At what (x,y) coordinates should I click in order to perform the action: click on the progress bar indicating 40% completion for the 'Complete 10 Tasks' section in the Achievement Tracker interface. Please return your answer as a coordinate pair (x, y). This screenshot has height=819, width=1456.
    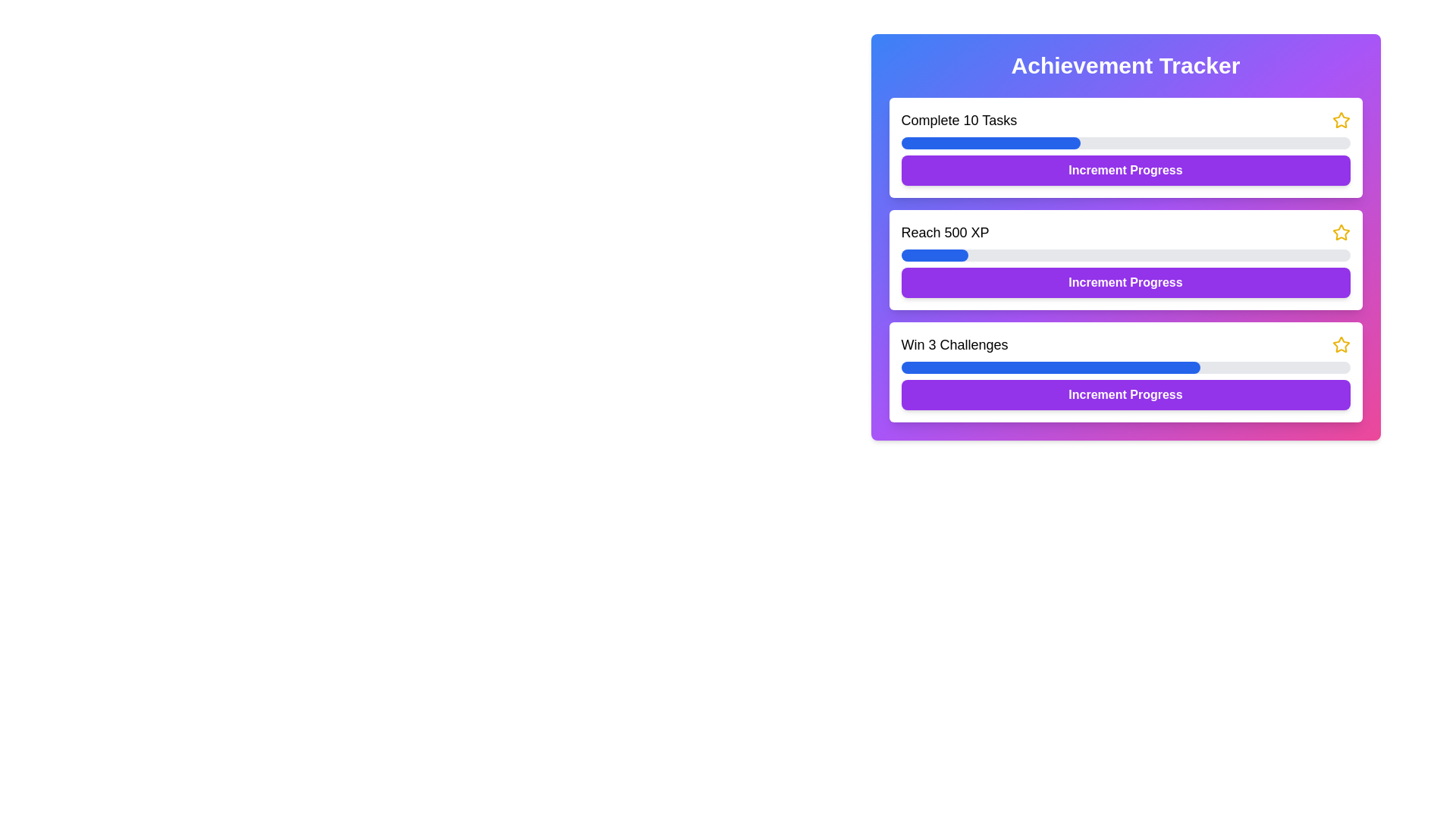
    Looking at the image, I should click on (990, 143).